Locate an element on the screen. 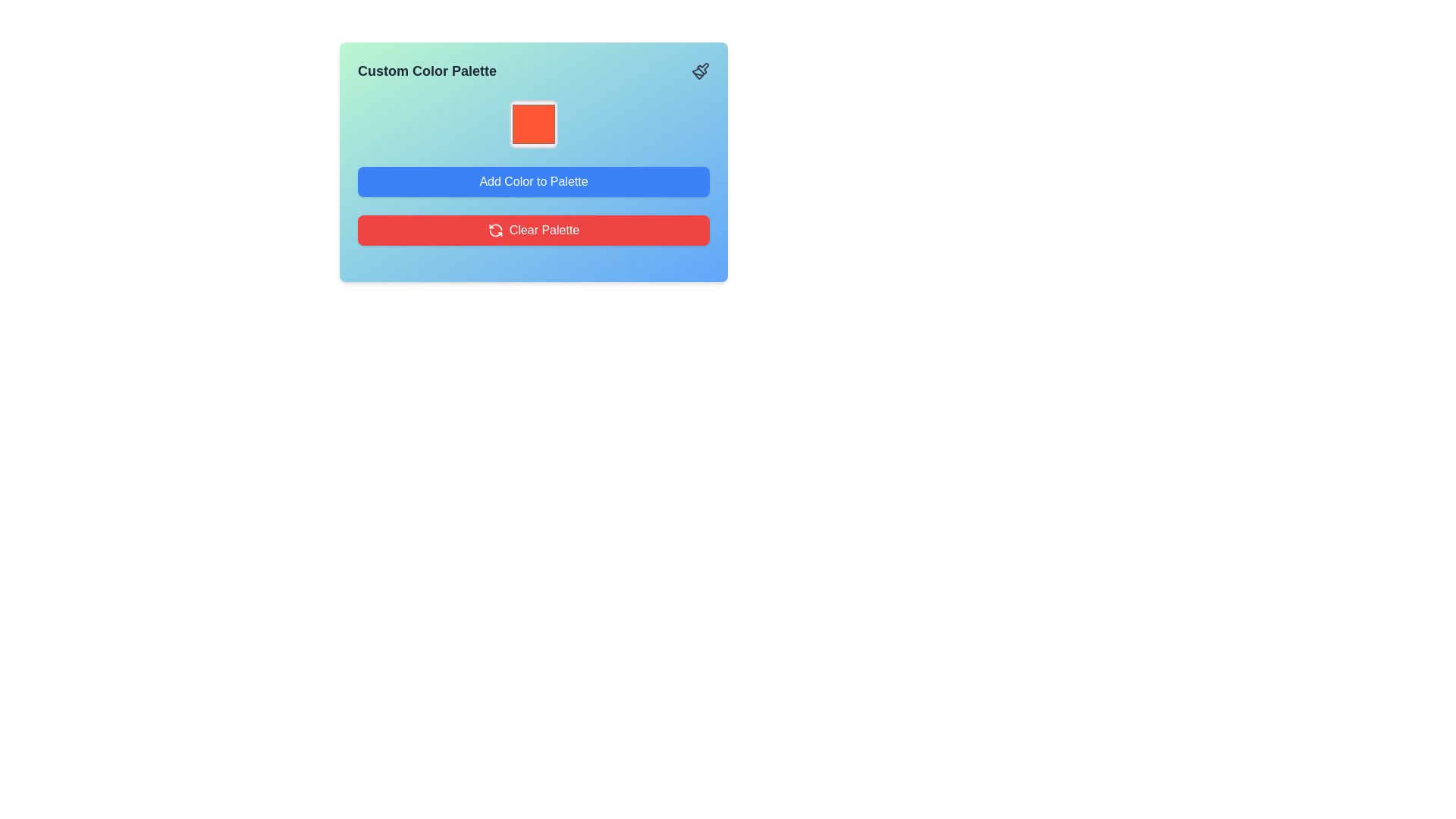 The width and height of the screenshot is (1456, 819). the rectangular panel with a gradient background that contains the title 'Custom Color Palette', a color block, and two buttons labeled 'Add Color to Palette' and 'Clear Palette' is located at coordinates (534, 162).